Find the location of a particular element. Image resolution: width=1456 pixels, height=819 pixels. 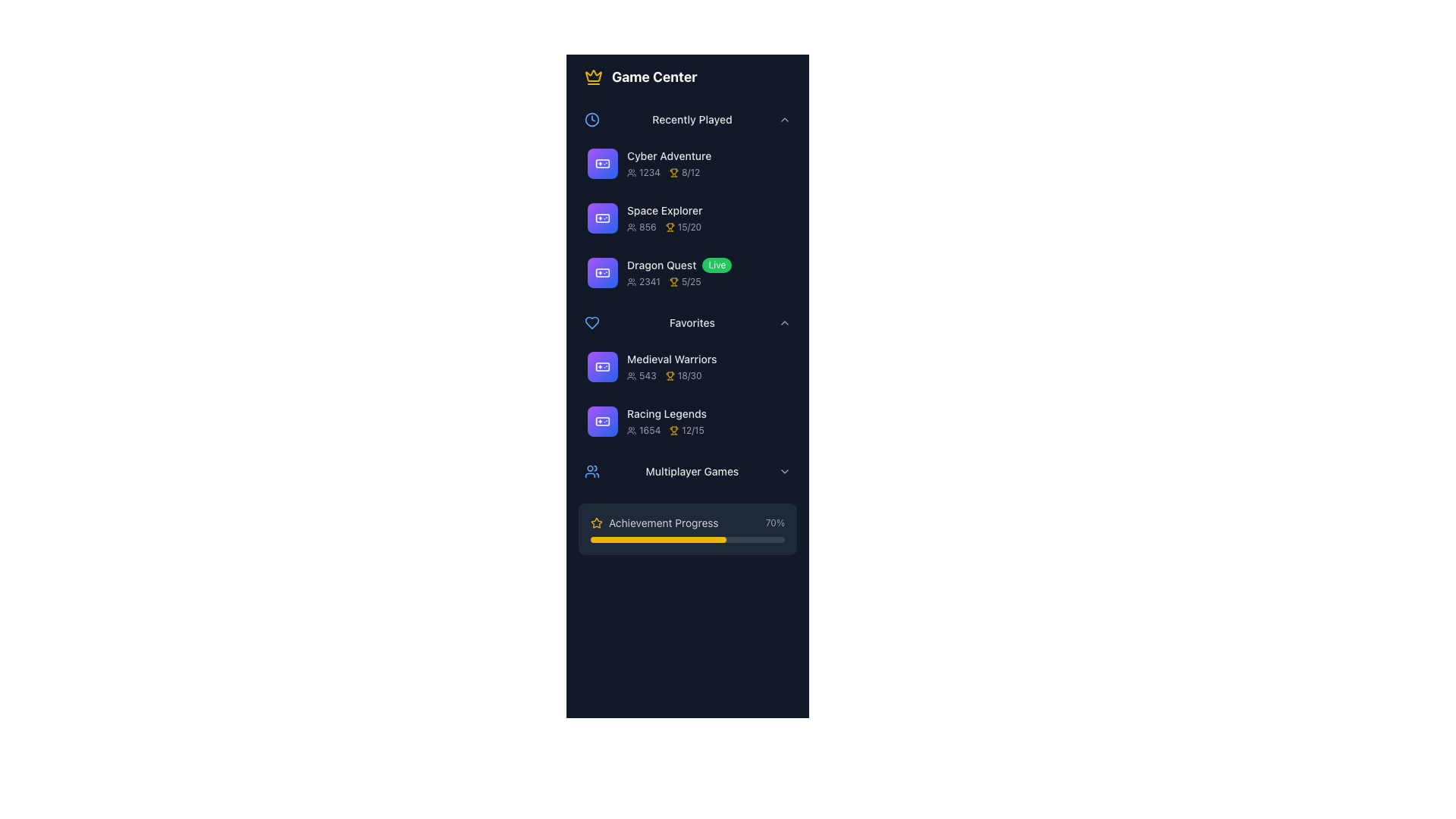

the group of users icon located in the 'Recently Played' section, which is associated with the text '856' for 'Space Explorer' is located at coordinates (632, 227).